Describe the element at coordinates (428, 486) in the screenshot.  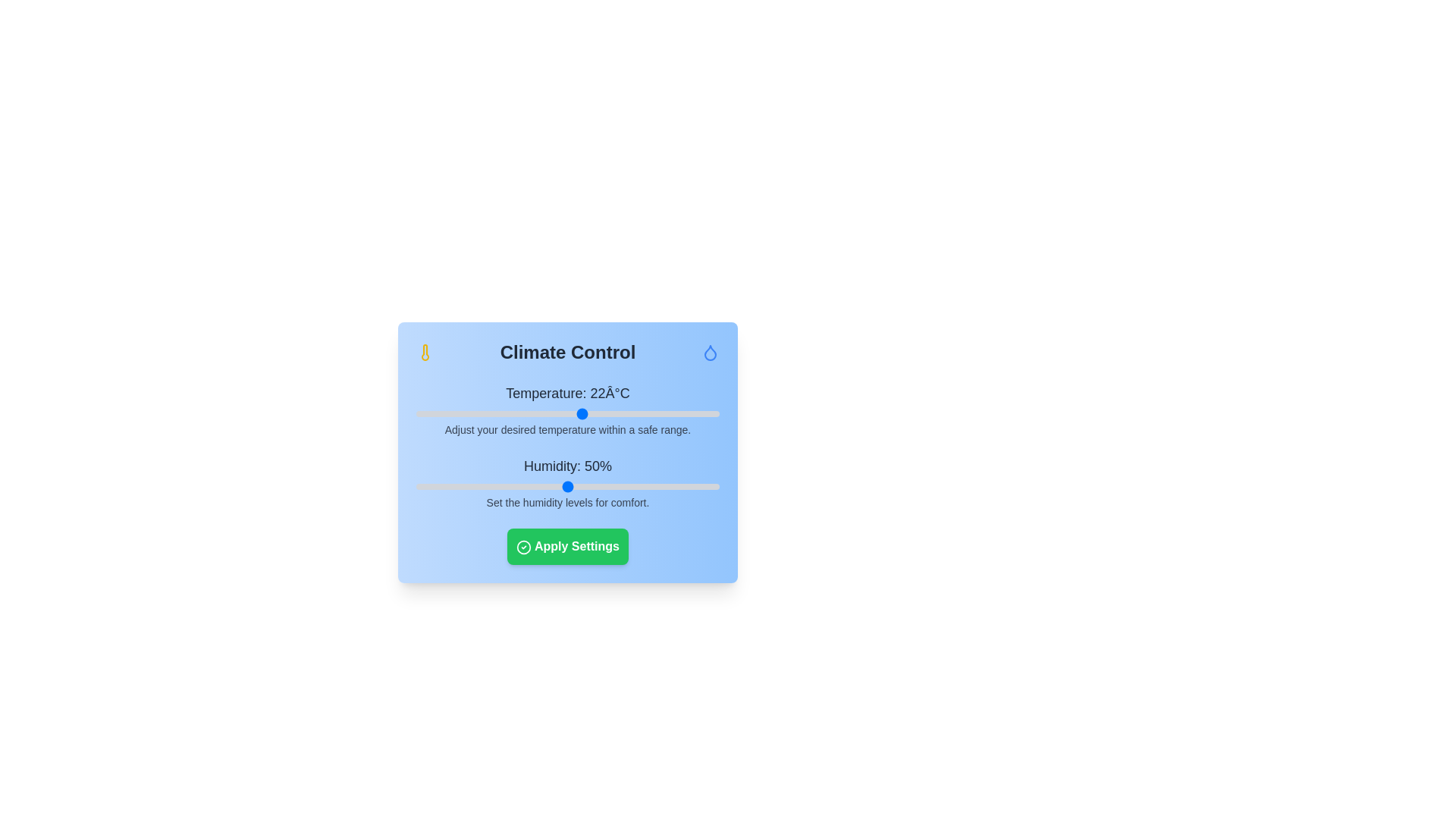
I see `the humidity` at that location.